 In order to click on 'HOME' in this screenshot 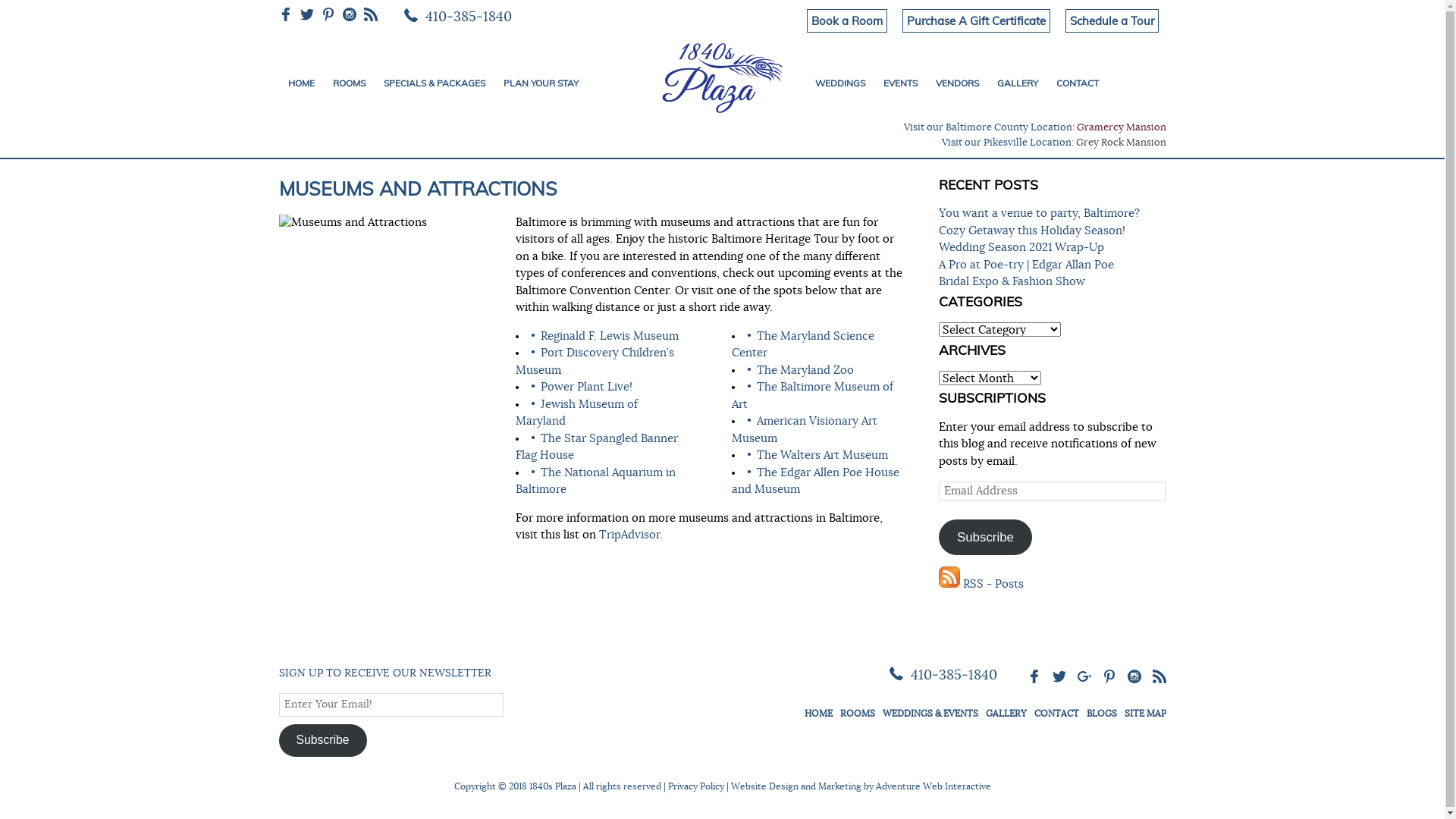, I will do `click(817, 713)`.